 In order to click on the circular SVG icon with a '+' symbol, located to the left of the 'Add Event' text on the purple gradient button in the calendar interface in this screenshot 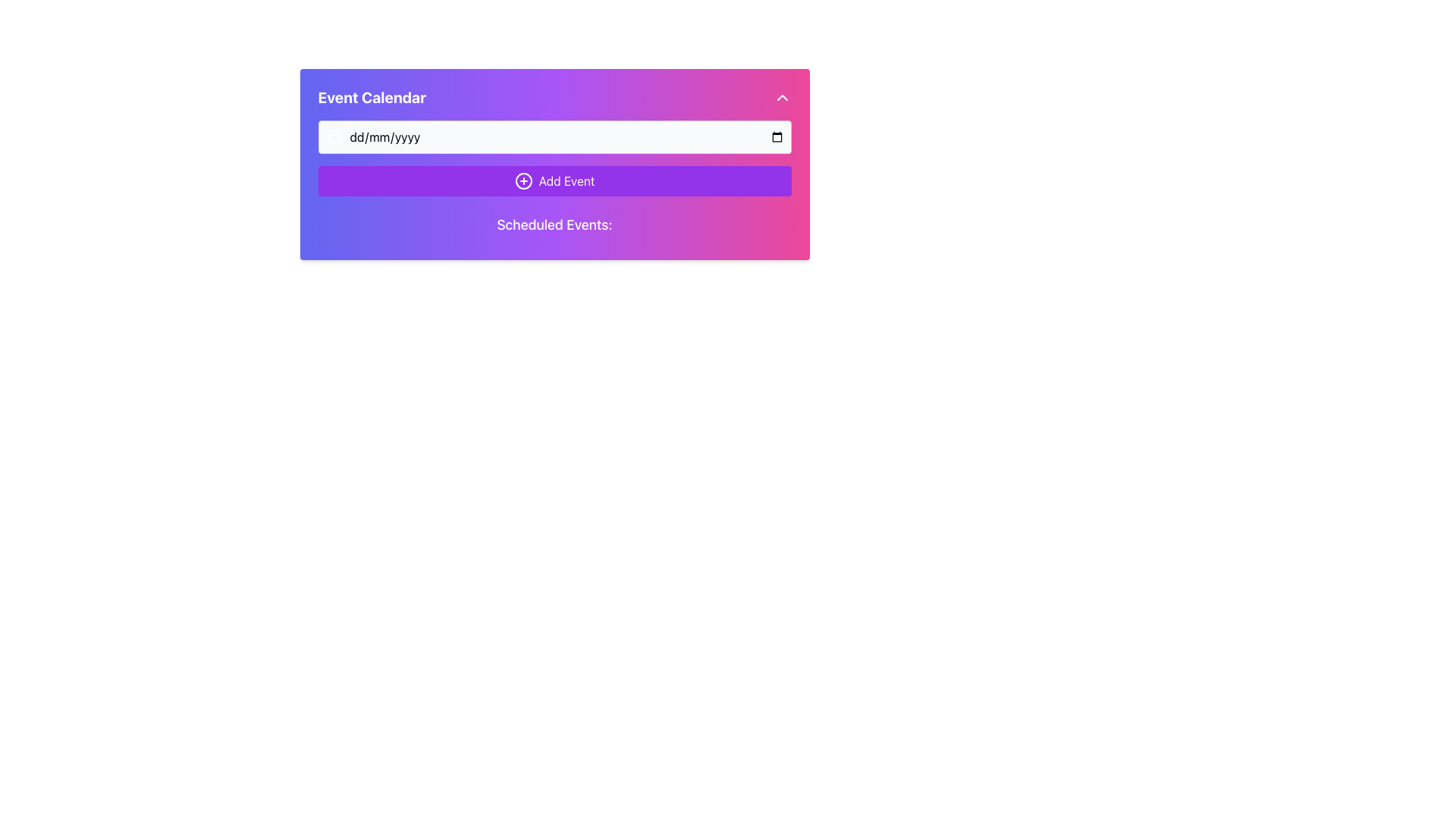, I will do `click(523, 180)`.